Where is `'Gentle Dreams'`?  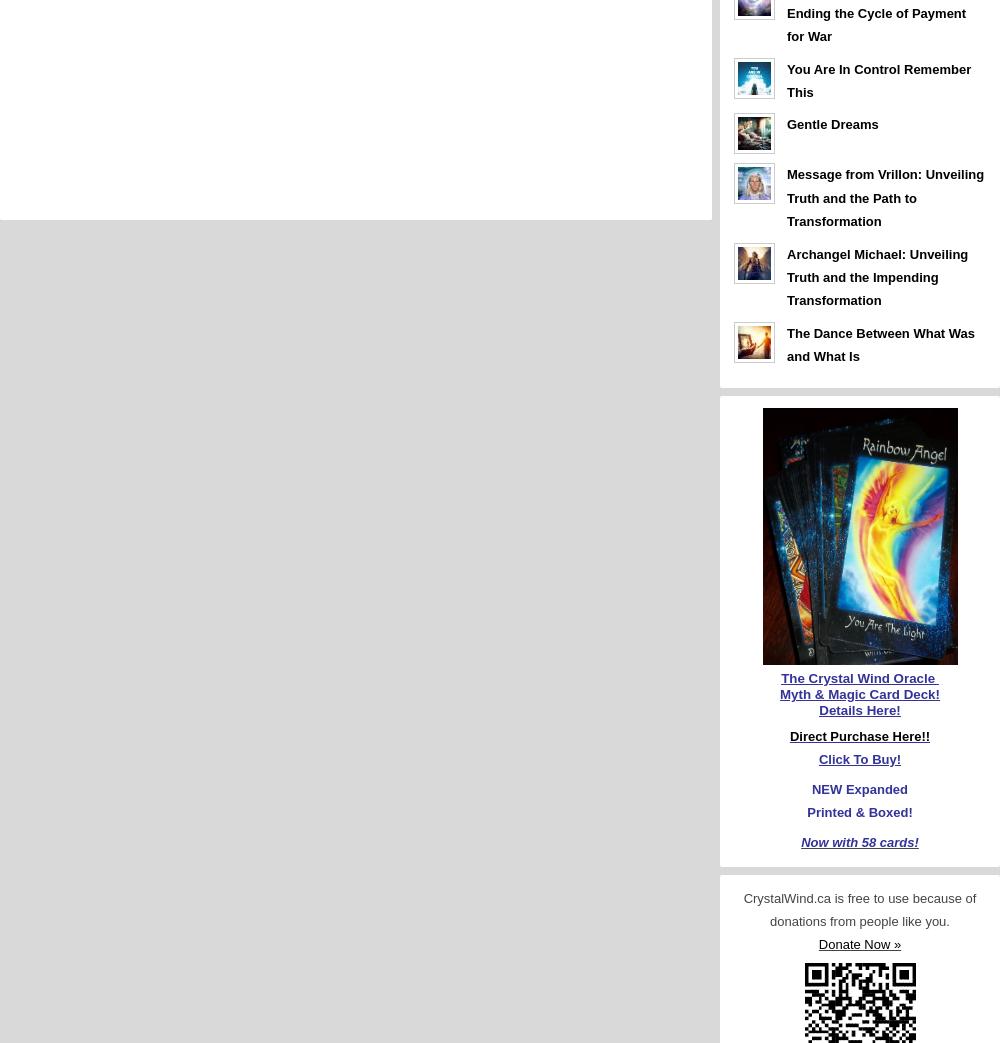
'Gentle Dreams' is located at coordinates (787, 124).